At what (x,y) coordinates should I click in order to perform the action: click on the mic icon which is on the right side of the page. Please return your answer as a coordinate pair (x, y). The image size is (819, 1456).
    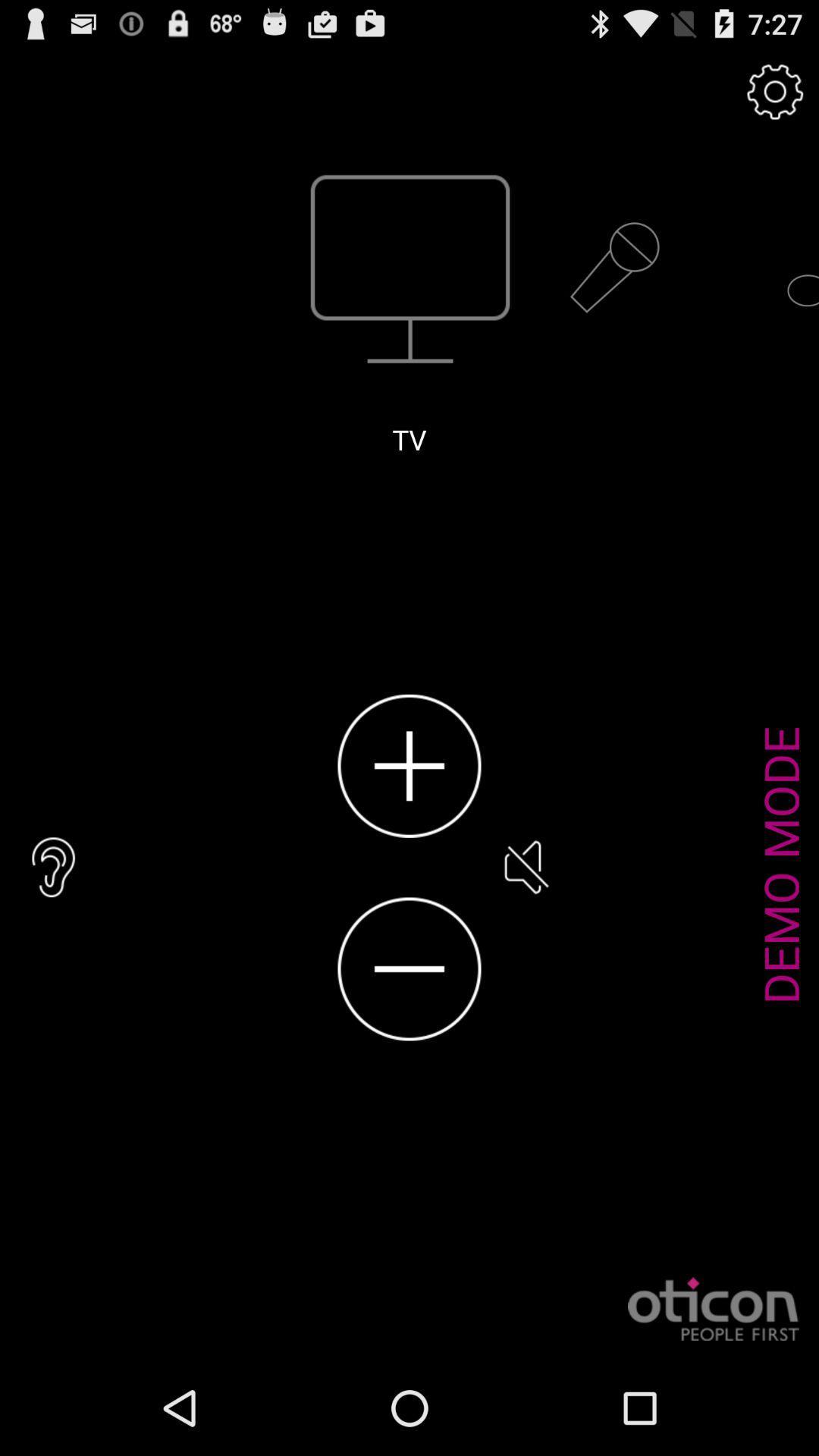
    Looking at the image, I should click on (614, 268).